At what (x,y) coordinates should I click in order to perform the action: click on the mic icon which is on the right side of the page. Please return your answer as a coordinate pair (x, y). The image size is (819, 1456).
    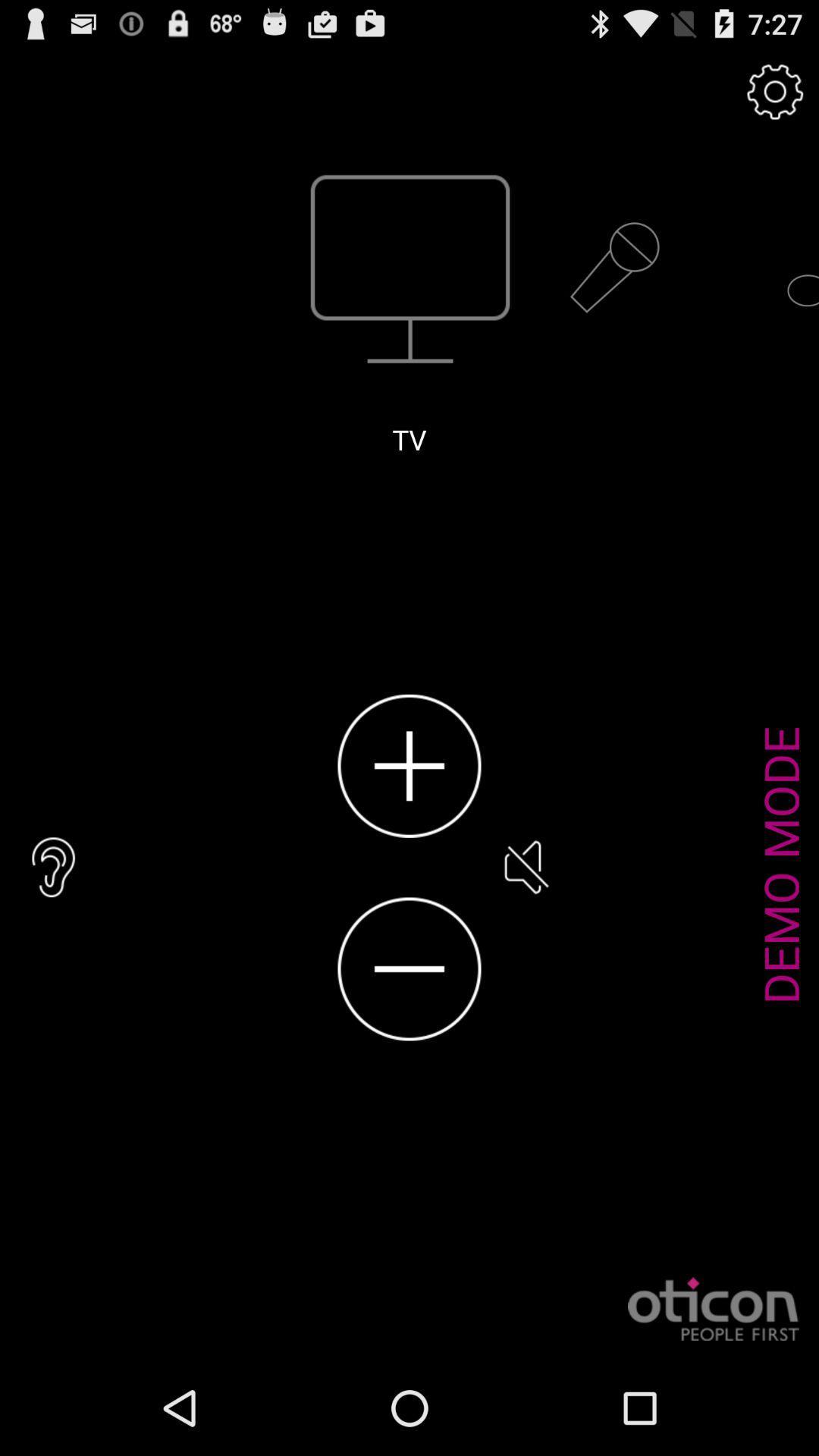
    Looking at the image, I should click on (614, 268).